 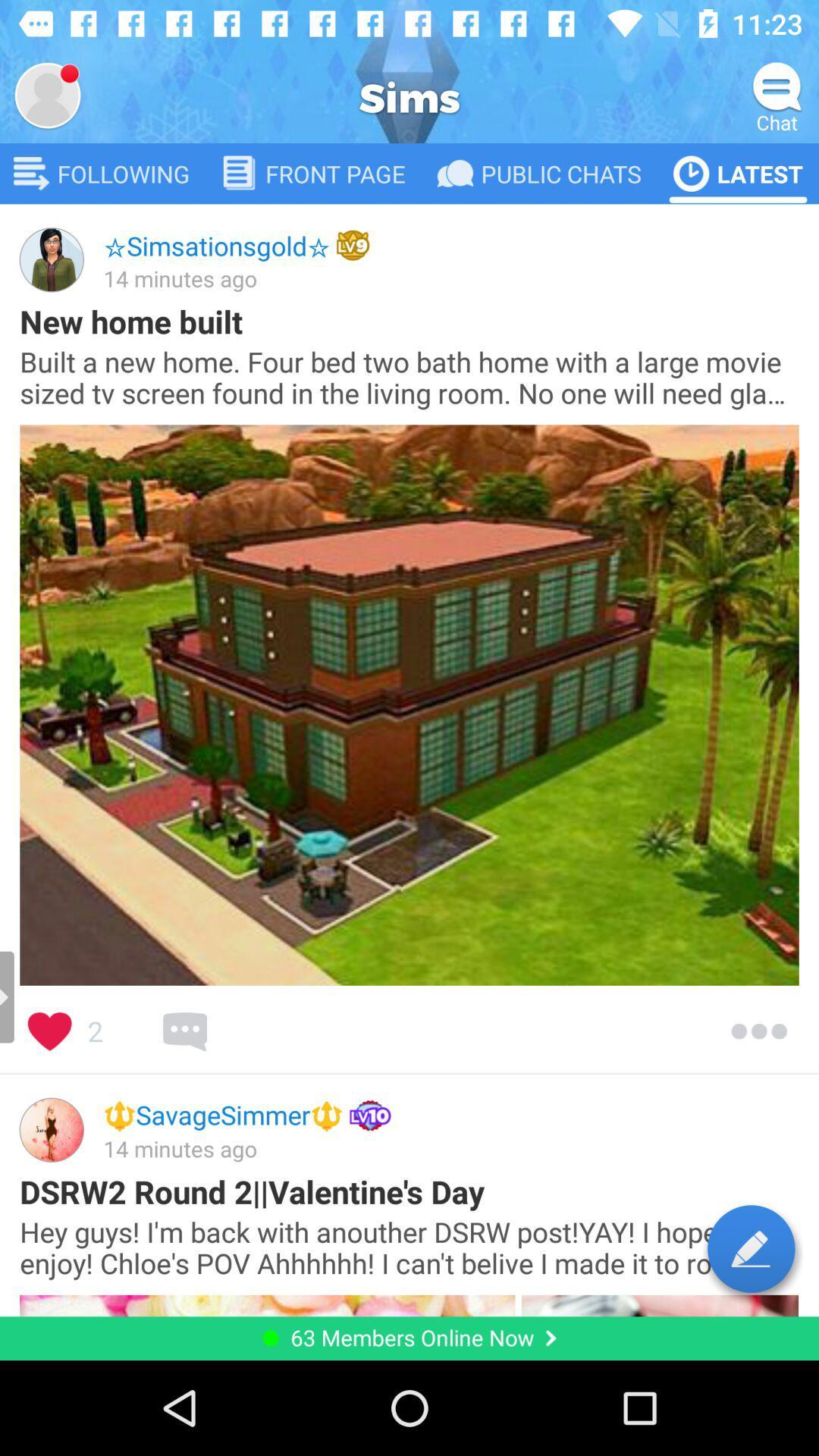 What do you see at coordinates (46, 94) in the screenshot?
I see `access profile` at bounding box center [46, 94].